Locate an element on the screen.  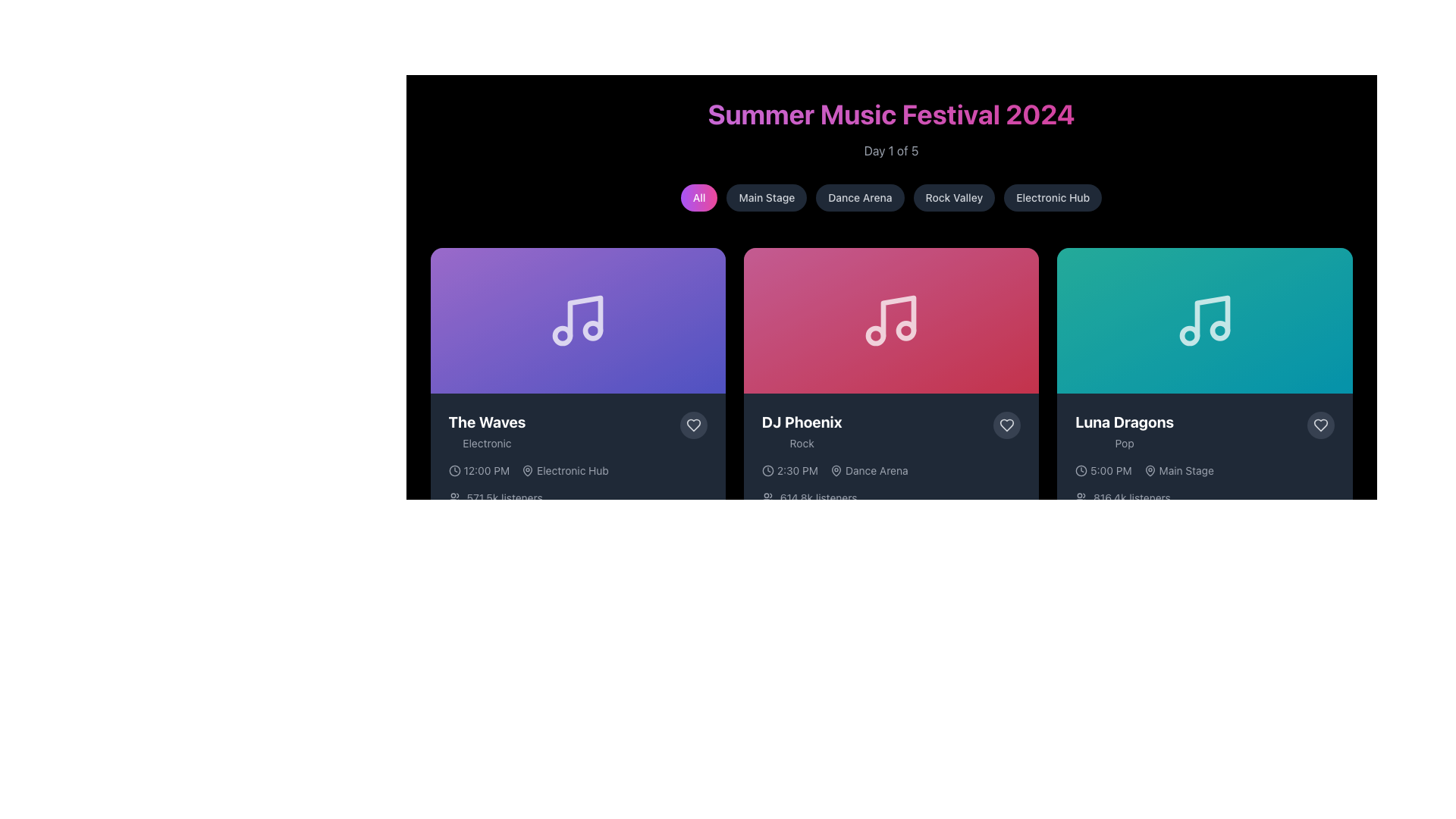
the text display element that shows 'Luna Dragons' in bold white font and 'Pop' in smaller gray font, located at the upper-right corner of the third card in the music festival performances deck is located at coordinates (1125, 431).